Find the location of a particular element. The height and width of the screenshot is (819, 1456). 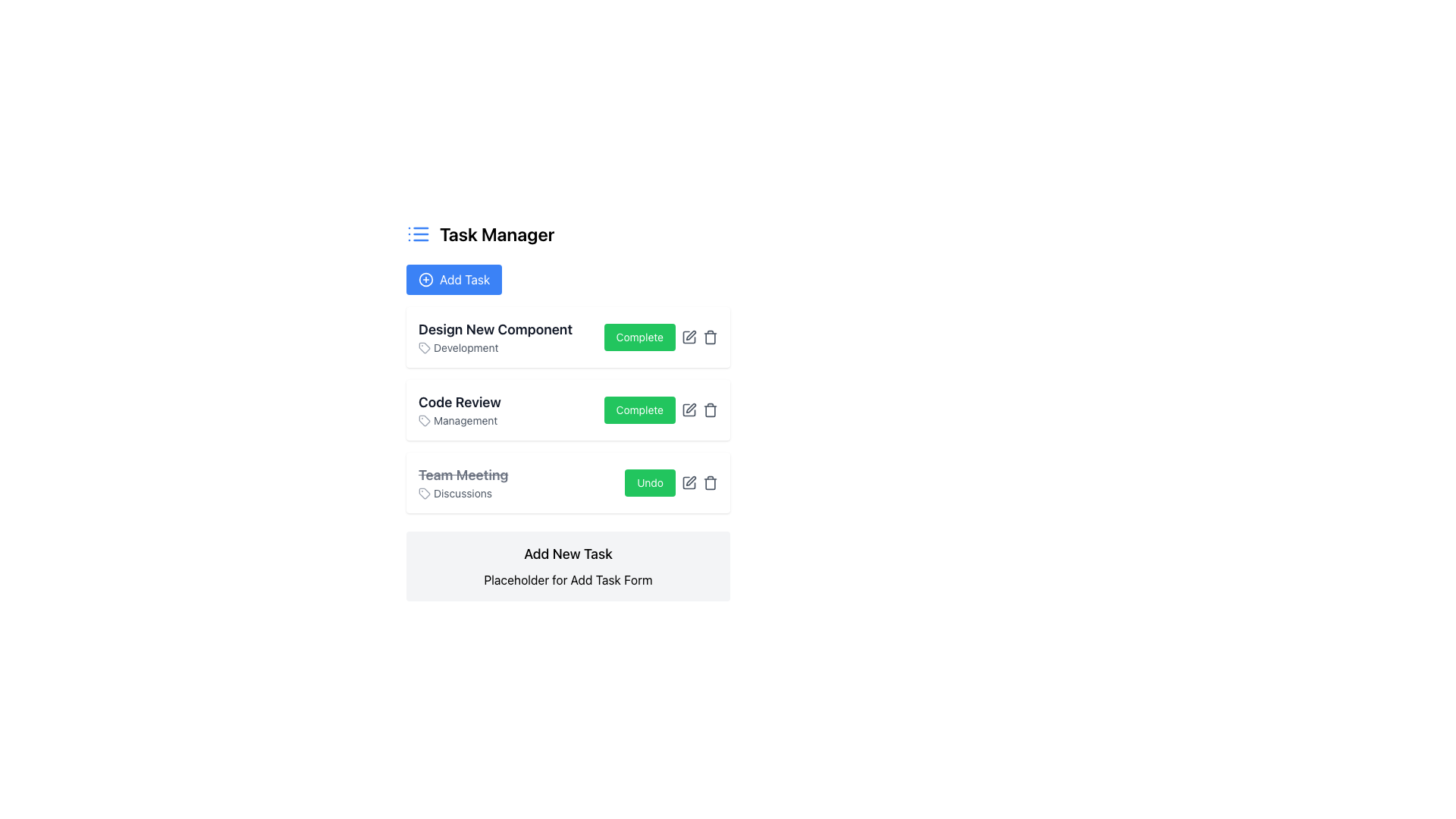

the 'Code Review' text label, which is bold and larger in font, displaying a task or category heading within the Task Manager list is located at coordinates (459, 402).